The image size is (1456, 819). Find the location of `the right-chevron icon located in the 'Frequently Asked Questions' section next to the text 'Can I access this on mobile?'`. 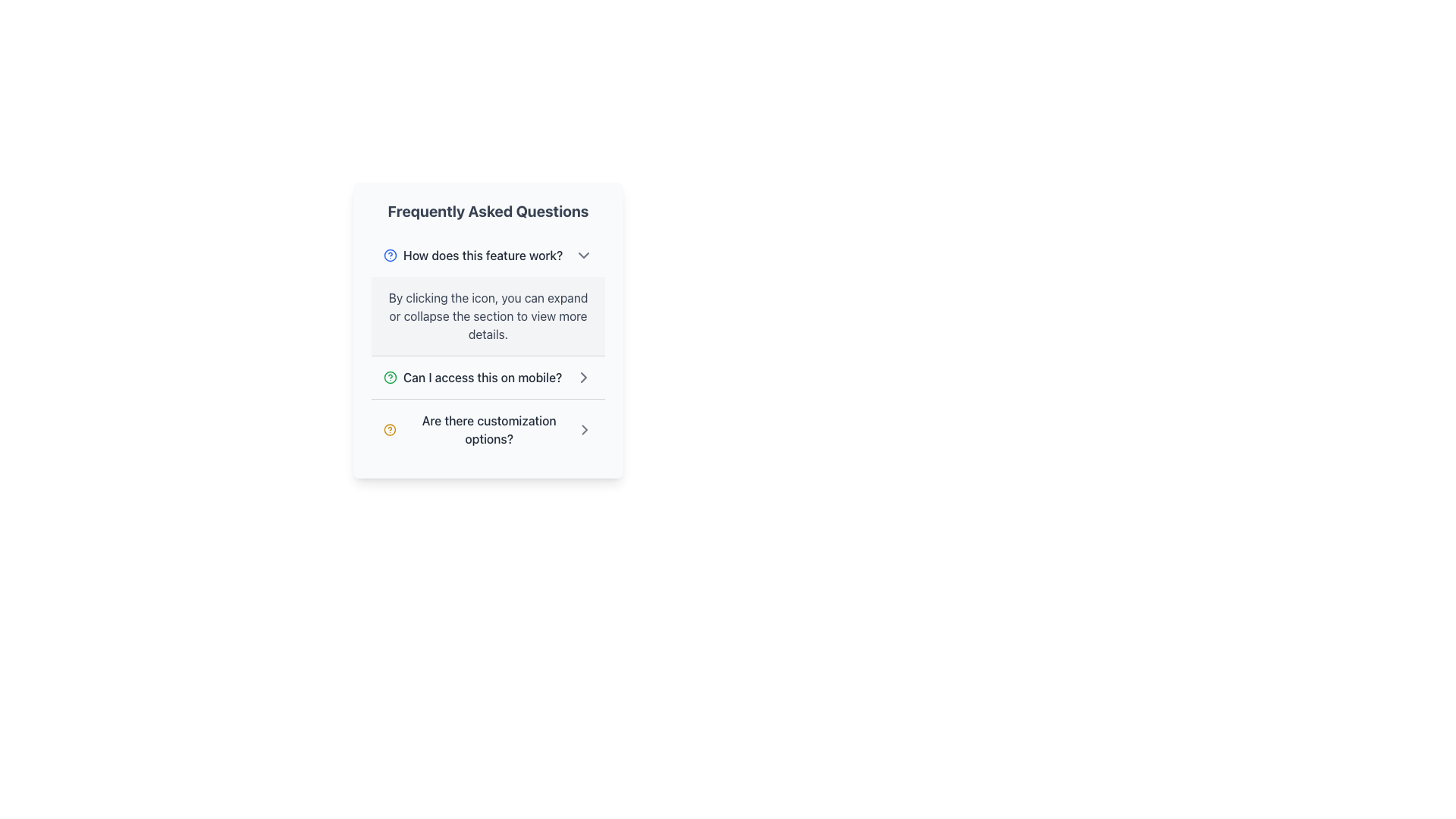

the right-chevron icon located in the 'Frequently Asked Questions' section next to the text 'Can I access this on mobile?' is located at coordinates (582, 376).